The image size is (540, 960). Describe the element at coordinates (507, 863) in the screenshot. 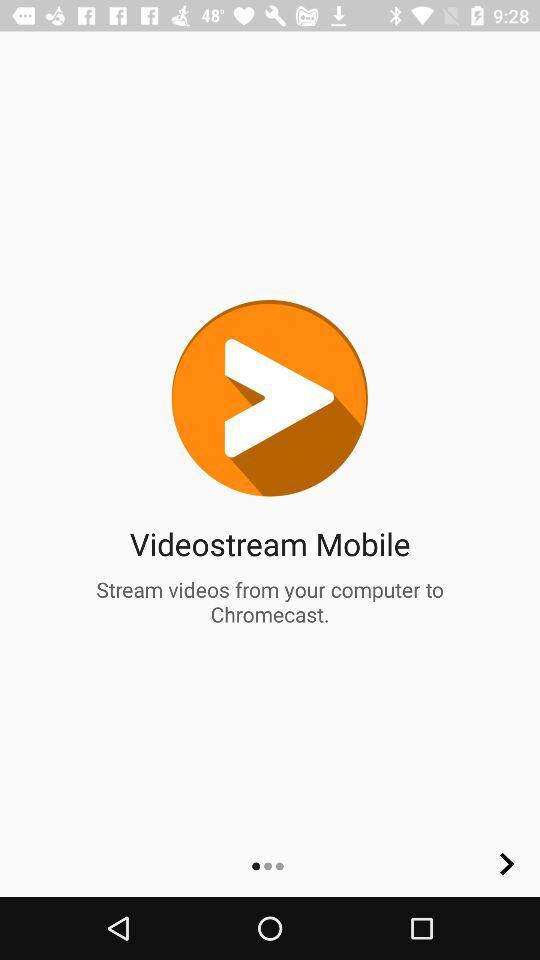

I see `next` at that location.